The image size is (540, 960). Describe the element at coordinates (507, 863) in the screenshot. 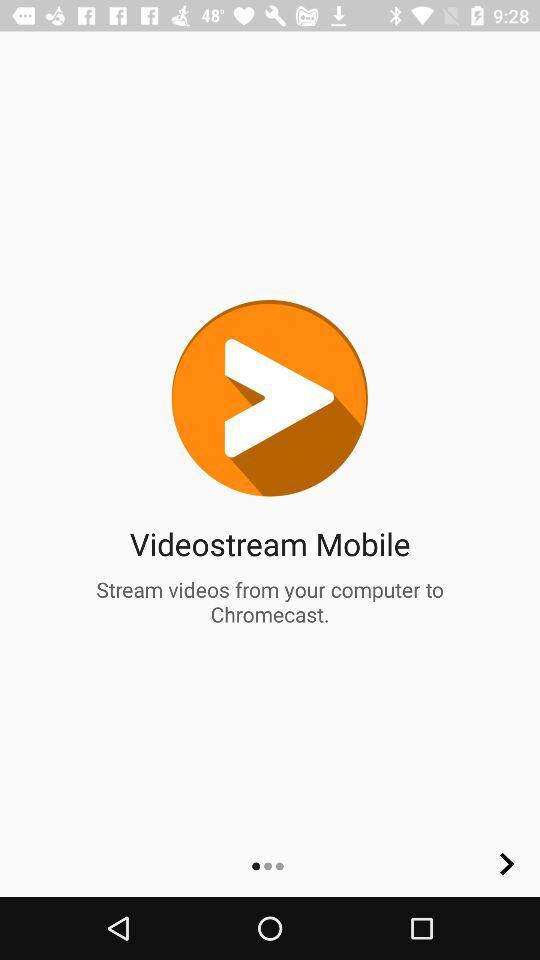

I see `next` at that location.